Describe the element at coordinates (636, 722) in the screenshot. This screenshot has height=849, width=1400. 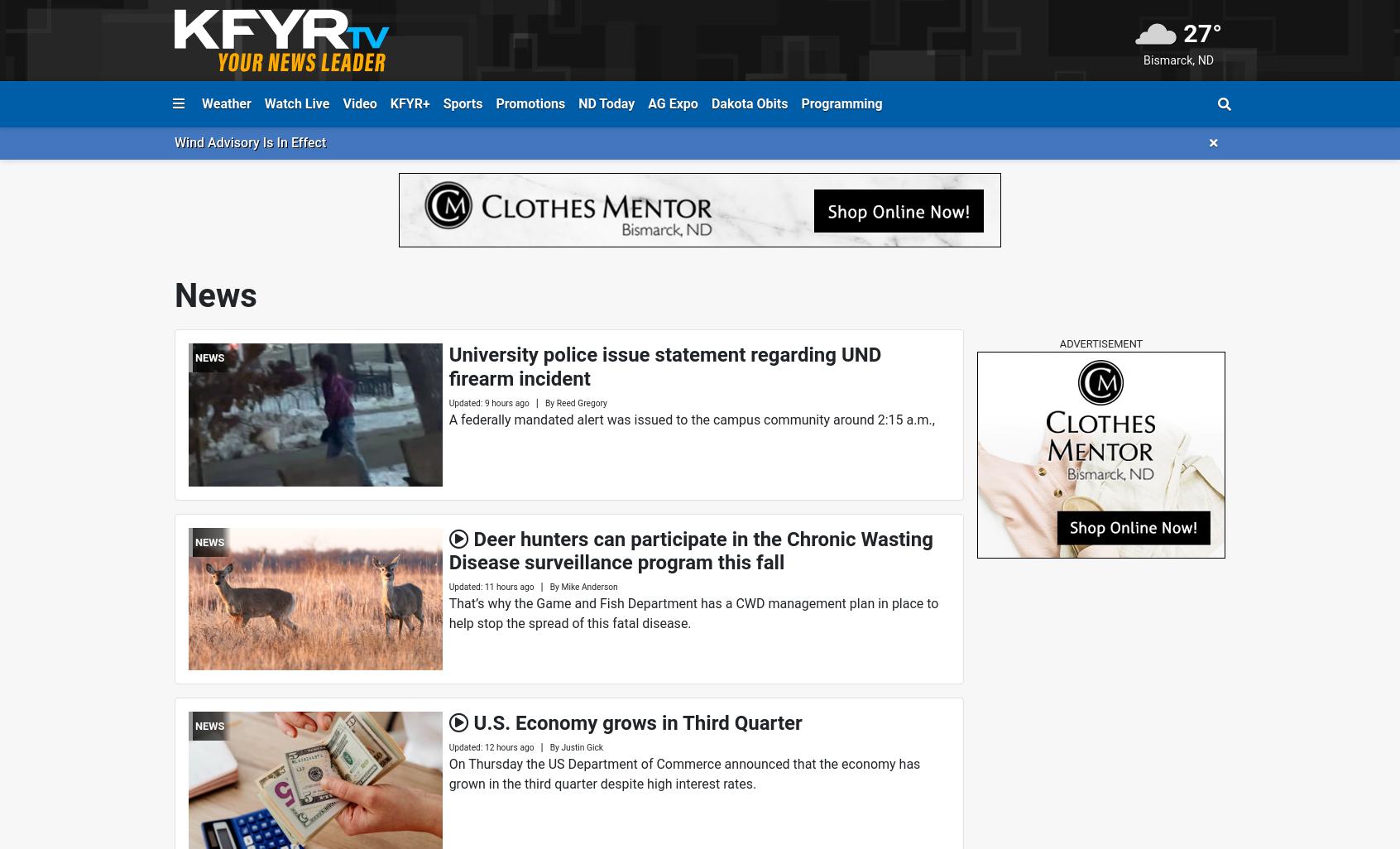
I see `'U.S. Economy grows in Third Quarter'` at that location.